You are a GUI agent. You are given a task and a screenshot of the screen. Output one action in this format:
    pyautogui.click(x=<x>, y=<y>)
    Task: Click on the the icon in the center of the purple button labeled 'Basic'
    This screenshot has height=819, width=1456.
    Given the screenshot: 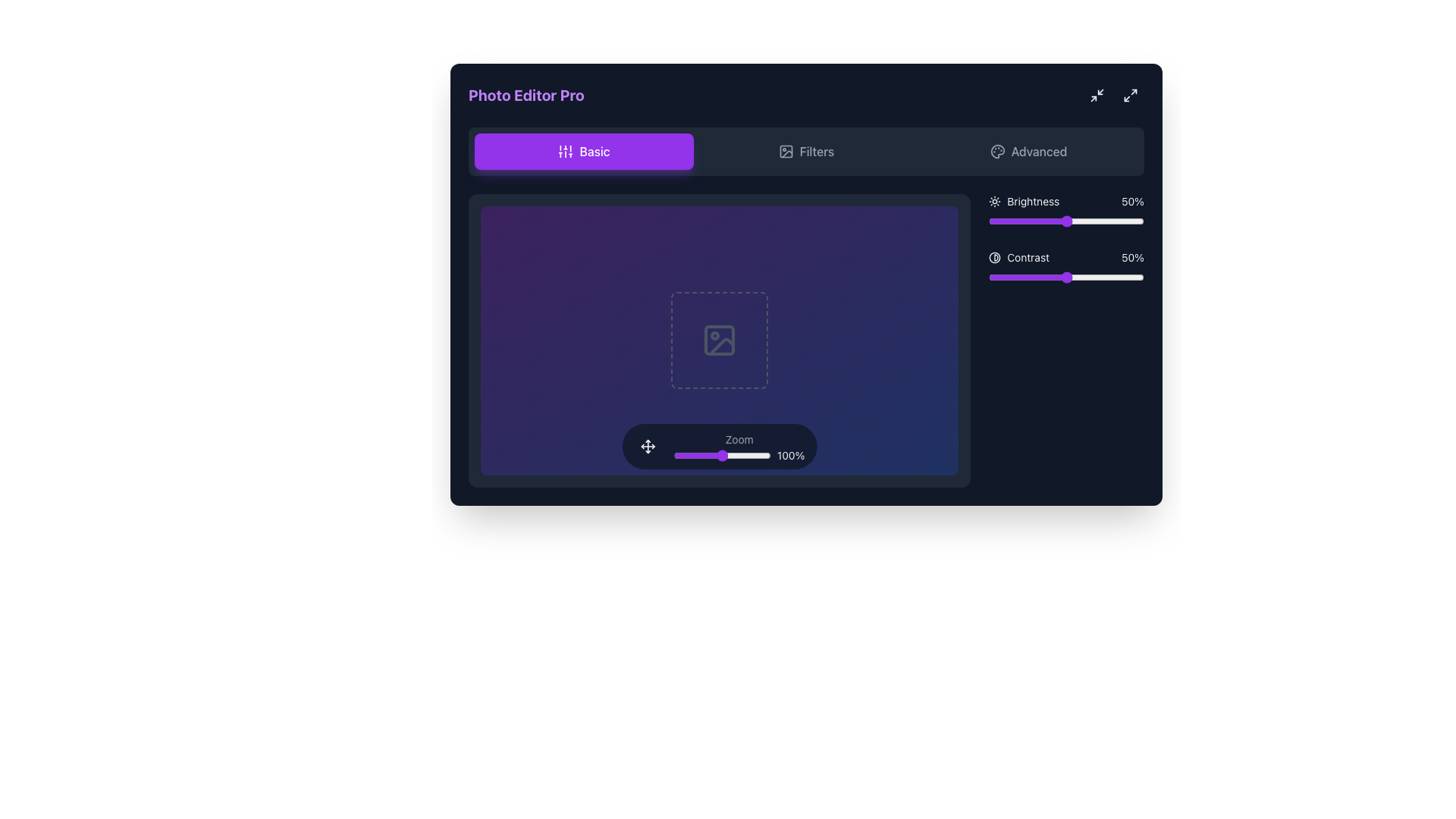 What is the action you would take?
    pyautogui.click(x=564, y=152)
    